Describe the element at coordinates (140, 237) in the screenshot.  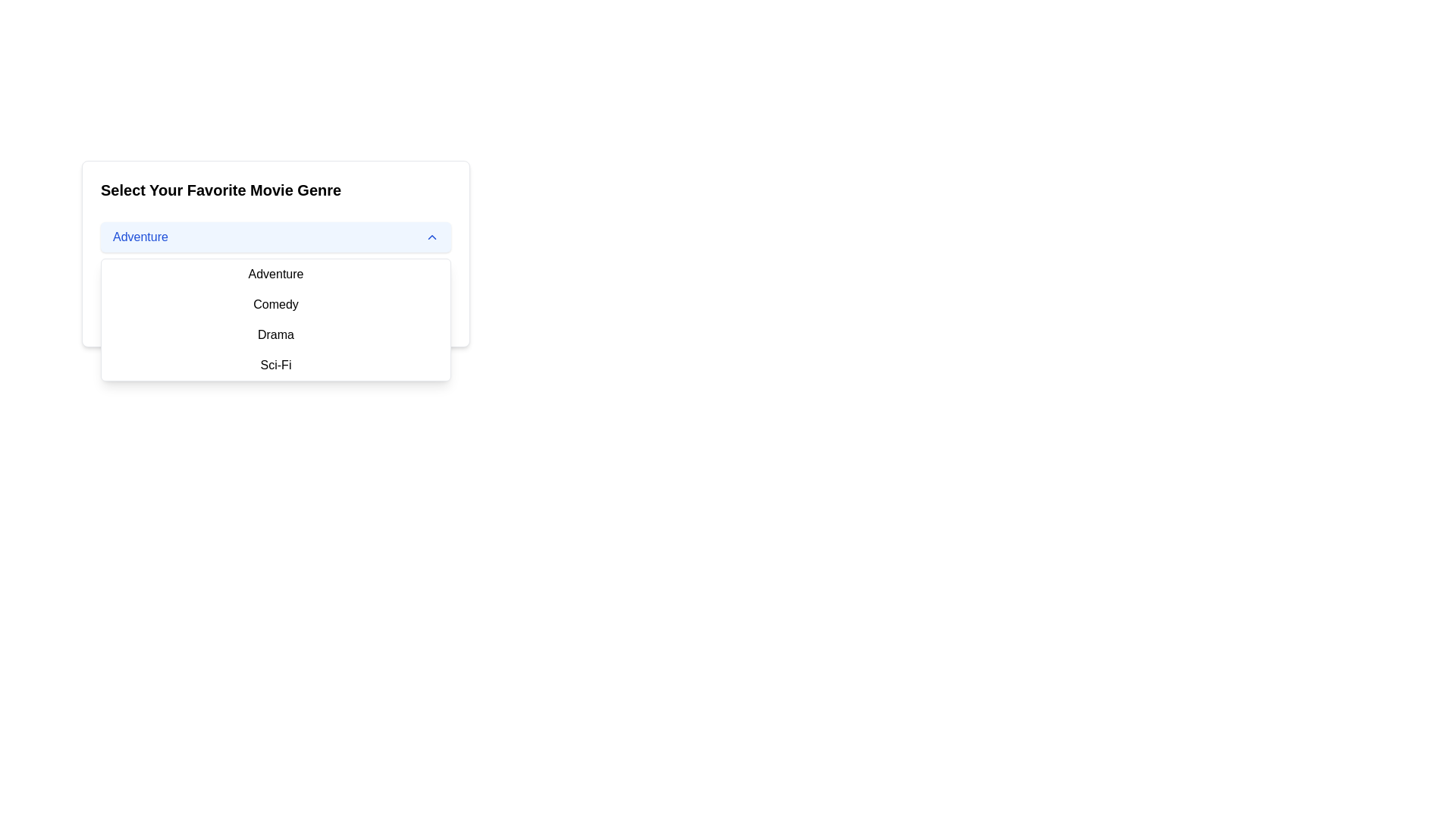
I see `the text label 'Adventure' which is displayed in bold blue font within the dropdown menu` at that location.